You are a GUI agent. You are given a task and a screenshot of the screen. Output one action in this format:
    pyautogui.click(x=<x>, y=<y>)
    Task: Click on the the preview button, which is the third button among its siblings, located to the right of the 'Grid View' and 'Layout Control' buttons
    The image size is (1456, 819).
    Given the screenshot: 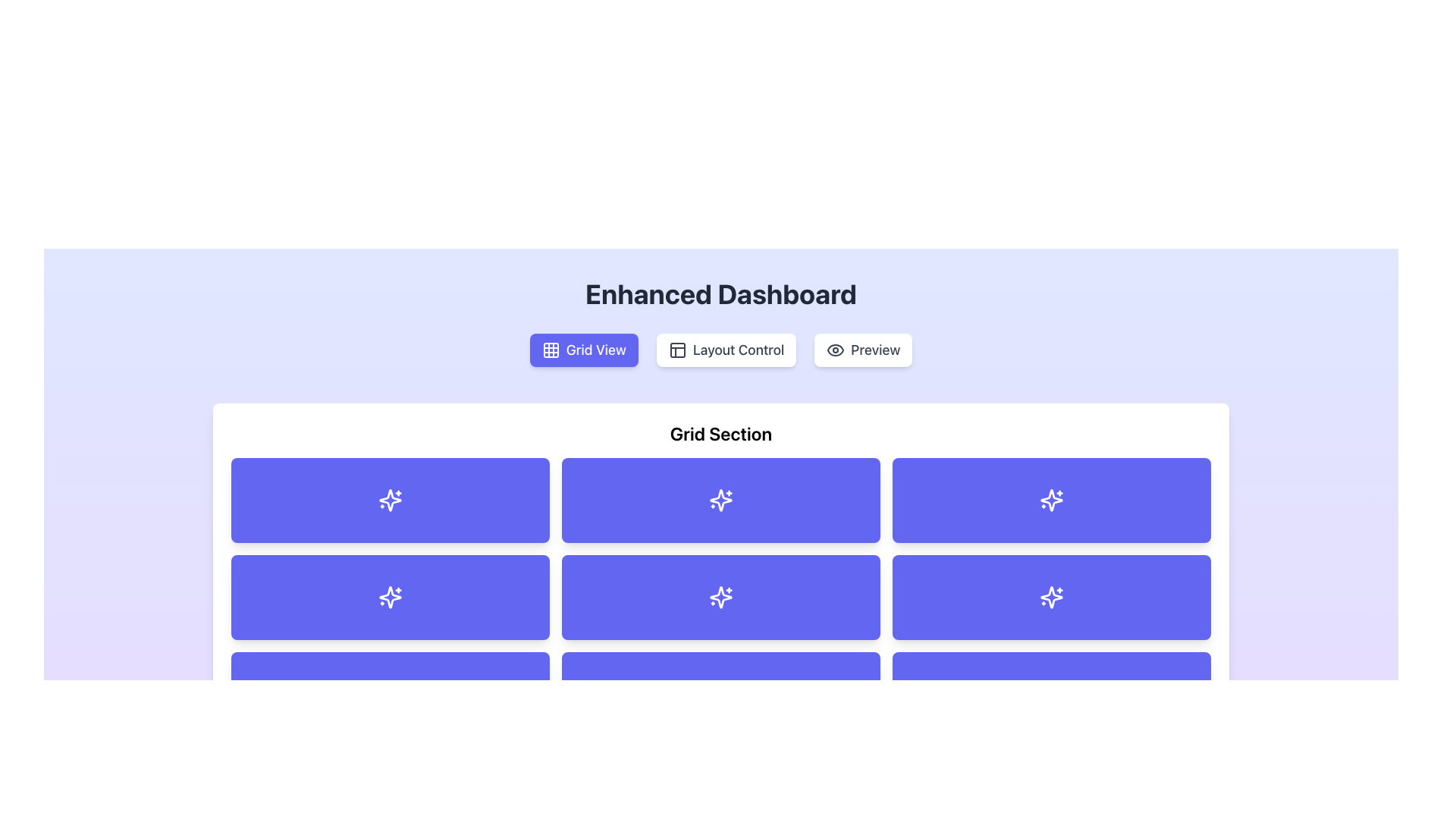 What is the action you would take?
    pyautogui.click(x=863, y=350)
    